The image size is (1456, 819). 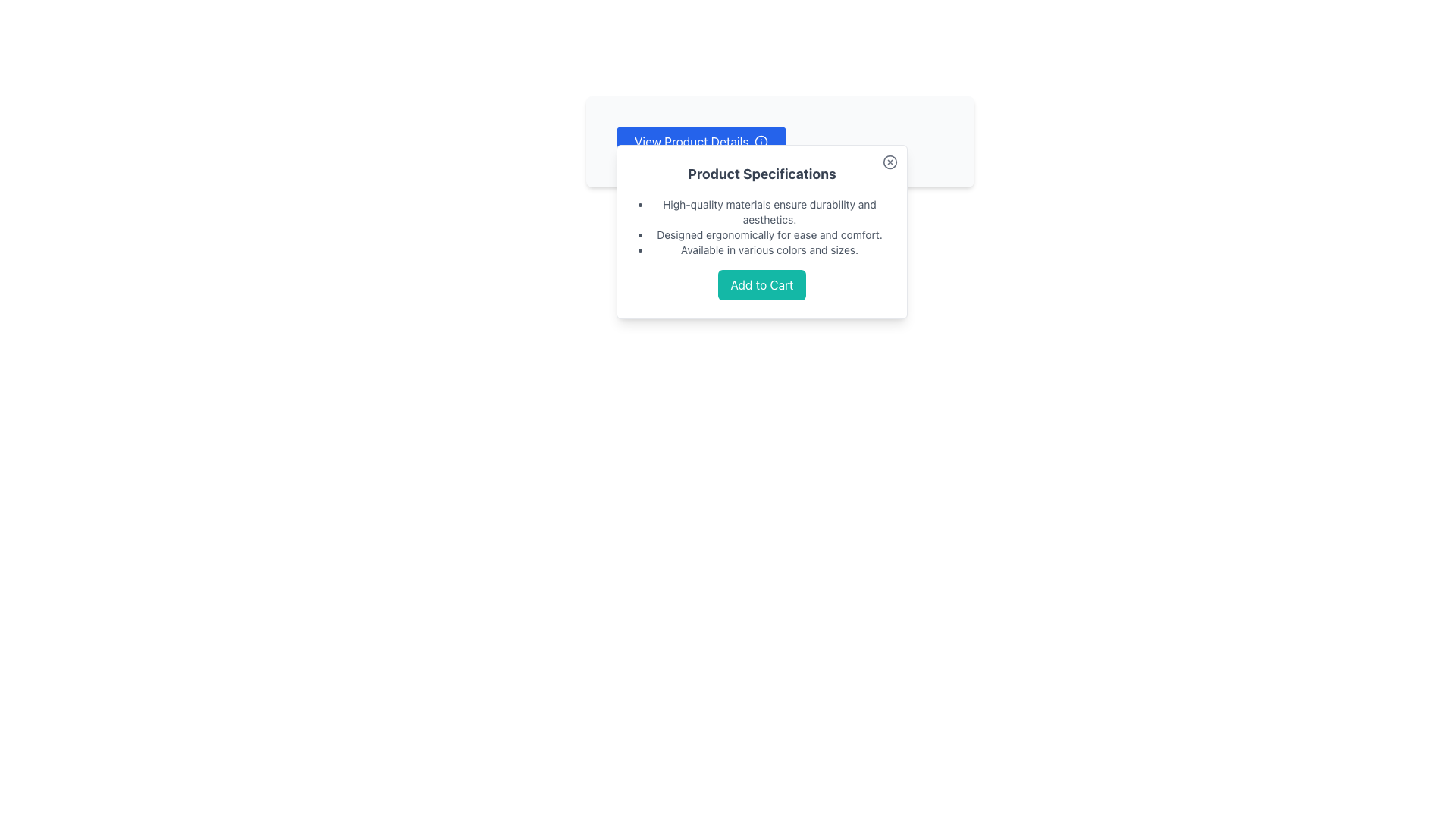 I want to click on the close button located in the top-right corner of the 'Product Specifications' modal, so click(x=890, y=162).